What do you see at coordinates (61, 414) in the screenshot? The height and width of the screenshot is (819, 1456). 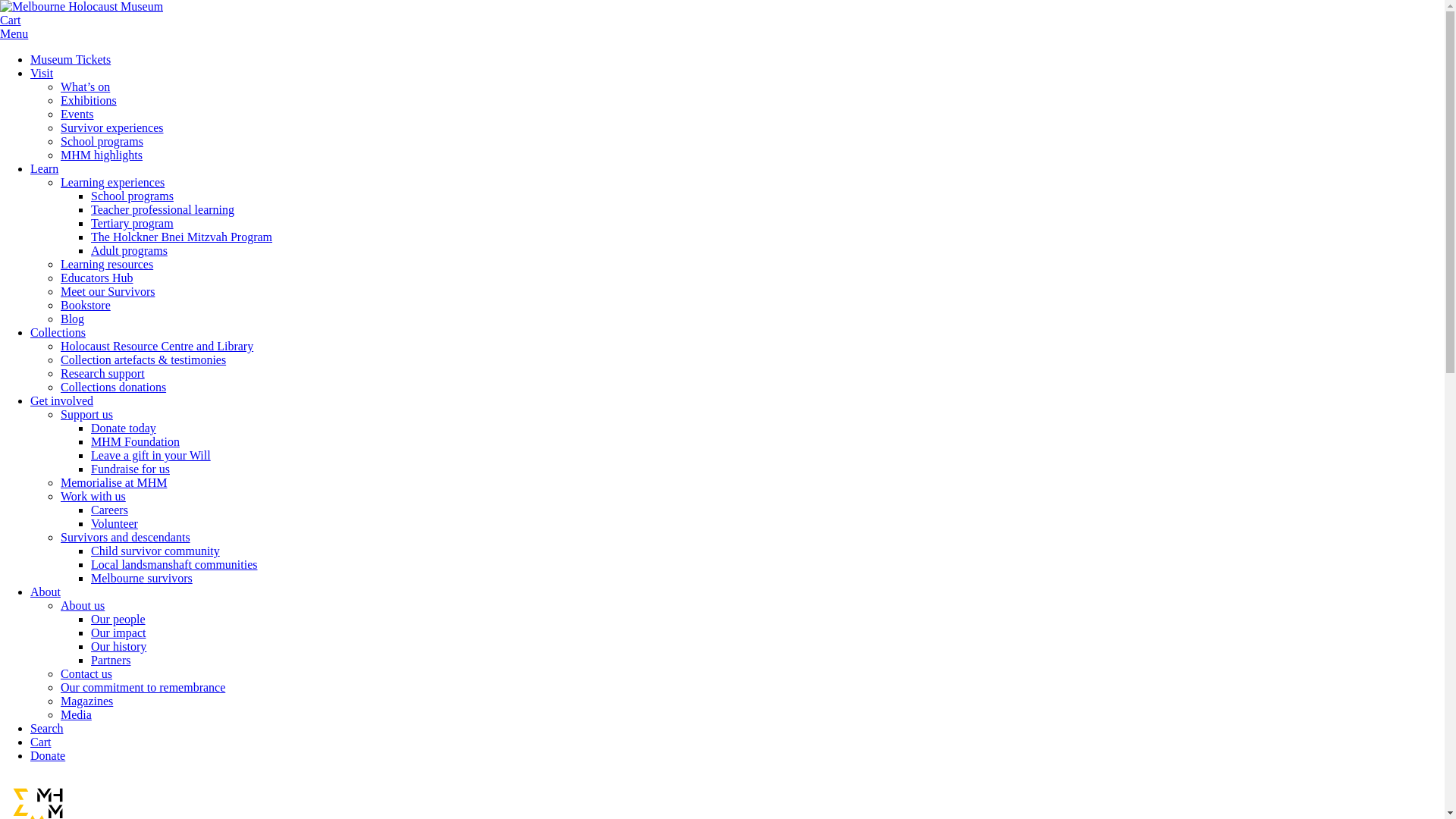 I see `'Support us'` at bounding box center [61, 414].